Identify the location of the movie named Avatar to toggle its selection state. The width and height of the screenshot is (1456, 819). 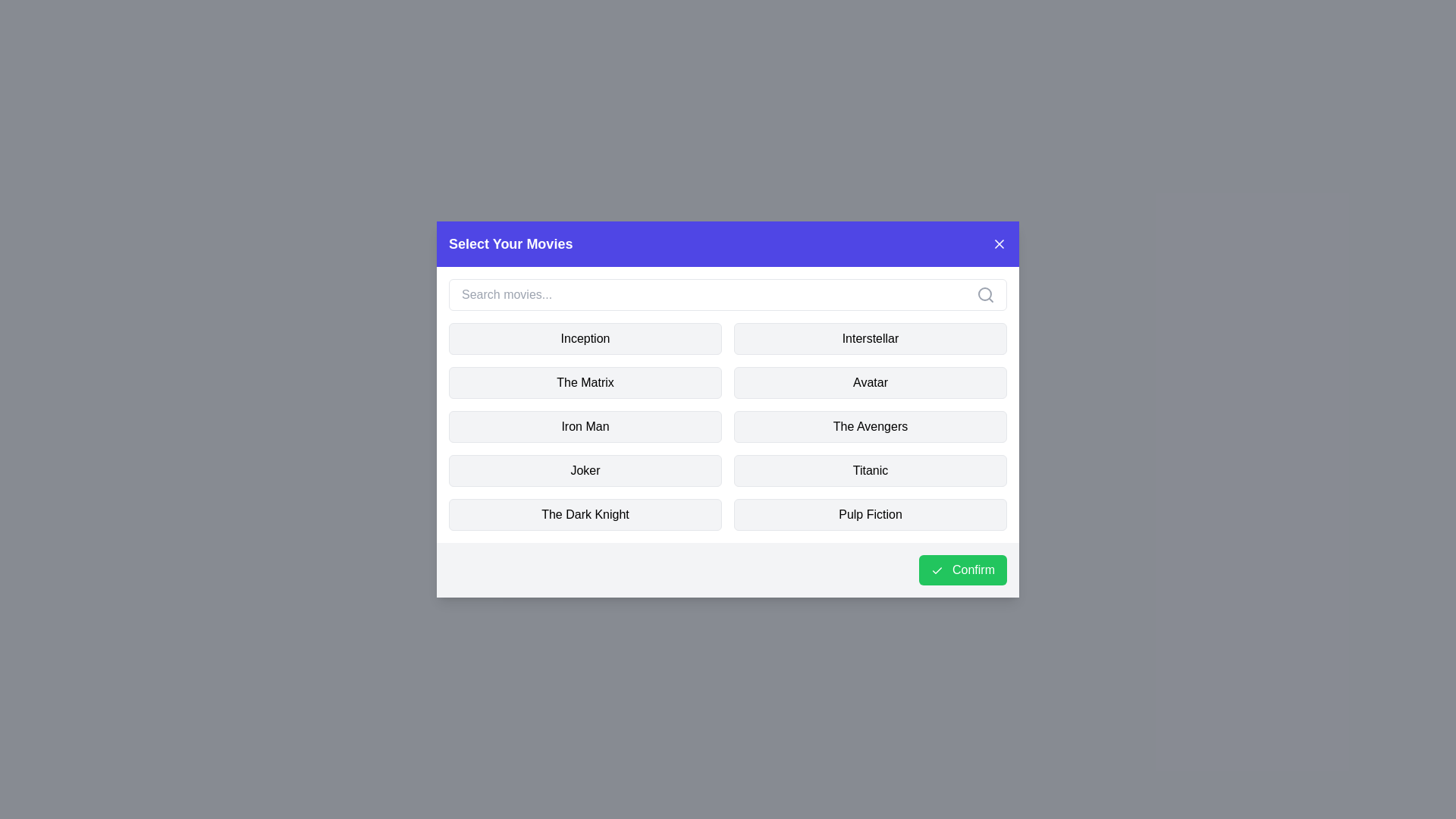
(870, 382).